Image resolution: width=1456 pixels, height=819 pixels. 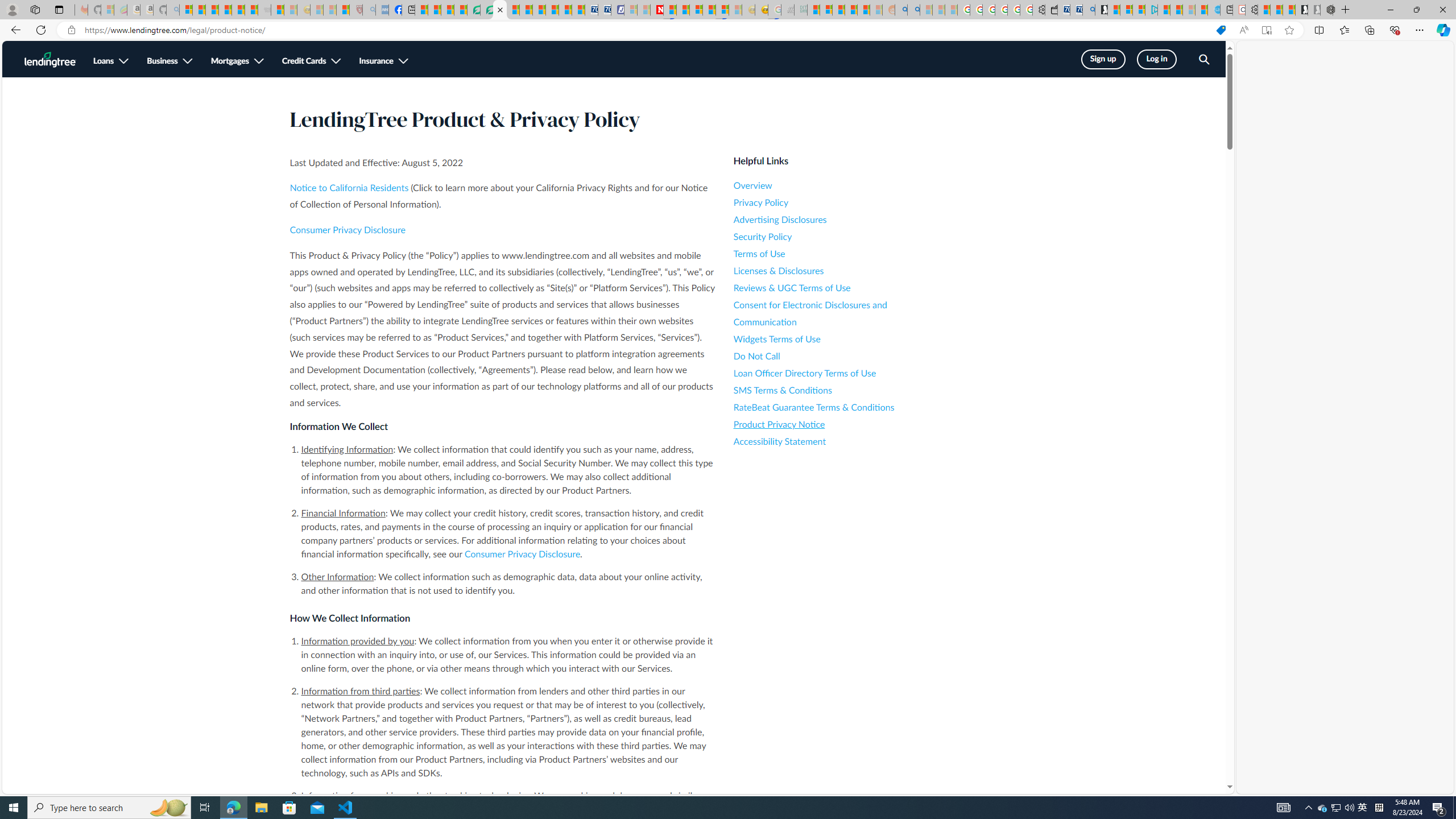 I want to click on 'Widgets Terms of Use', so click(x=835, y=338).